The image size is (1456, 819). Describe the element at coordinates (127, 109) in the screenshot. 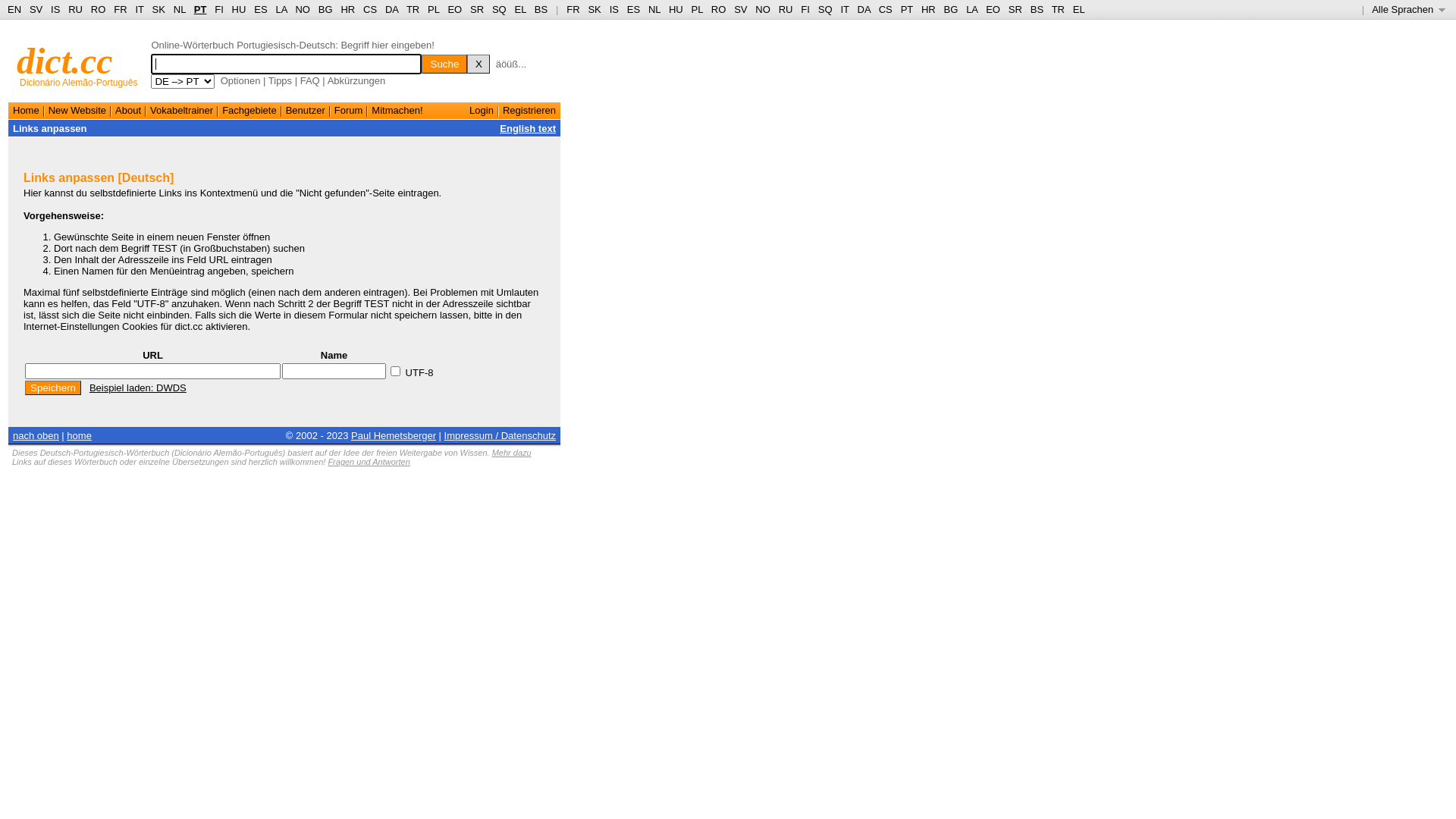

I see `'About'` at that location.